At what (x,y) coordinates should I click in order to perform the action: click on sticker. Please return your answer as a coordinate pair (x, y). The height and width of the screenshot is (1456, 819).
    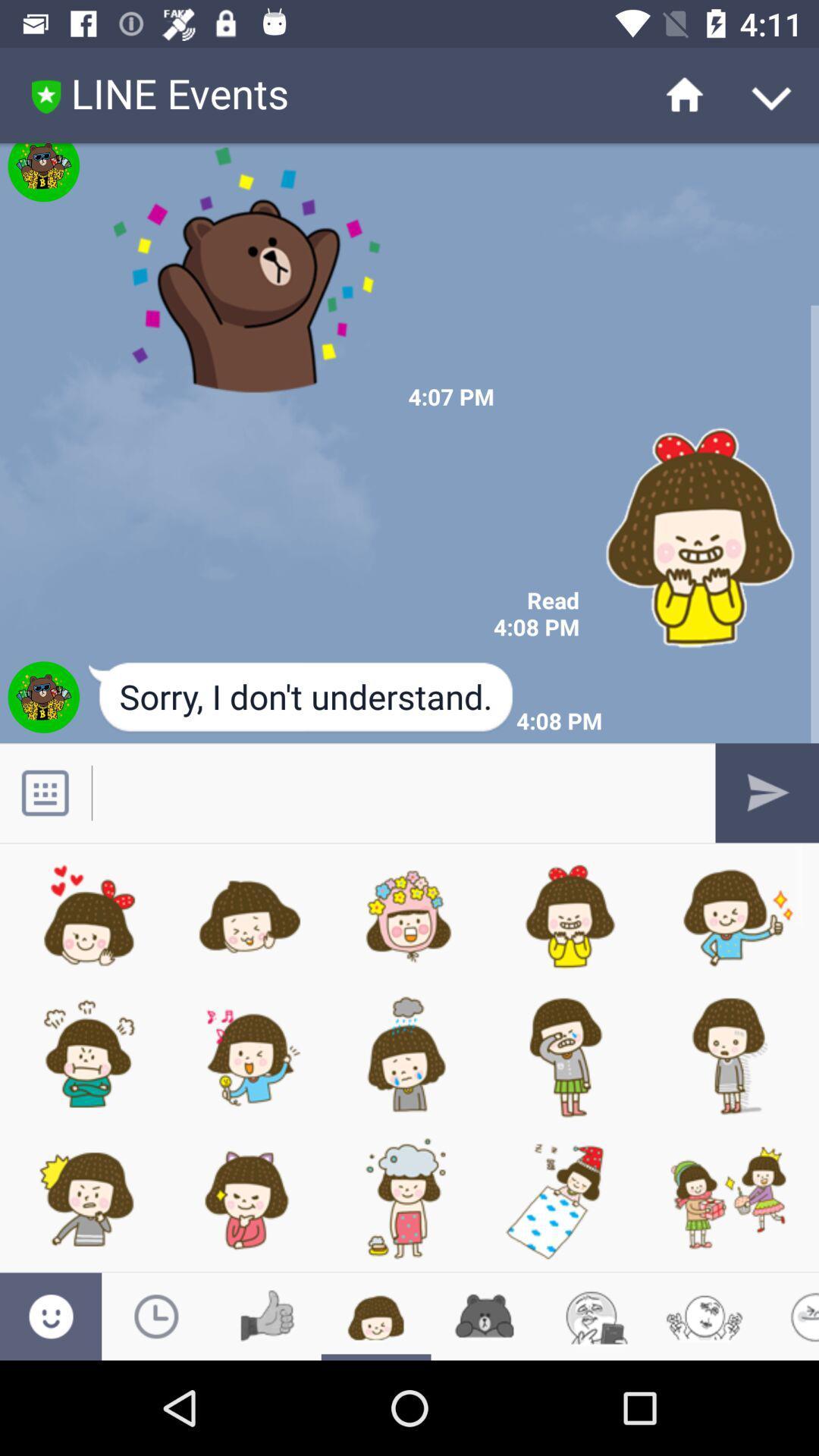
    Looking at the image, I should click on (247, 277).